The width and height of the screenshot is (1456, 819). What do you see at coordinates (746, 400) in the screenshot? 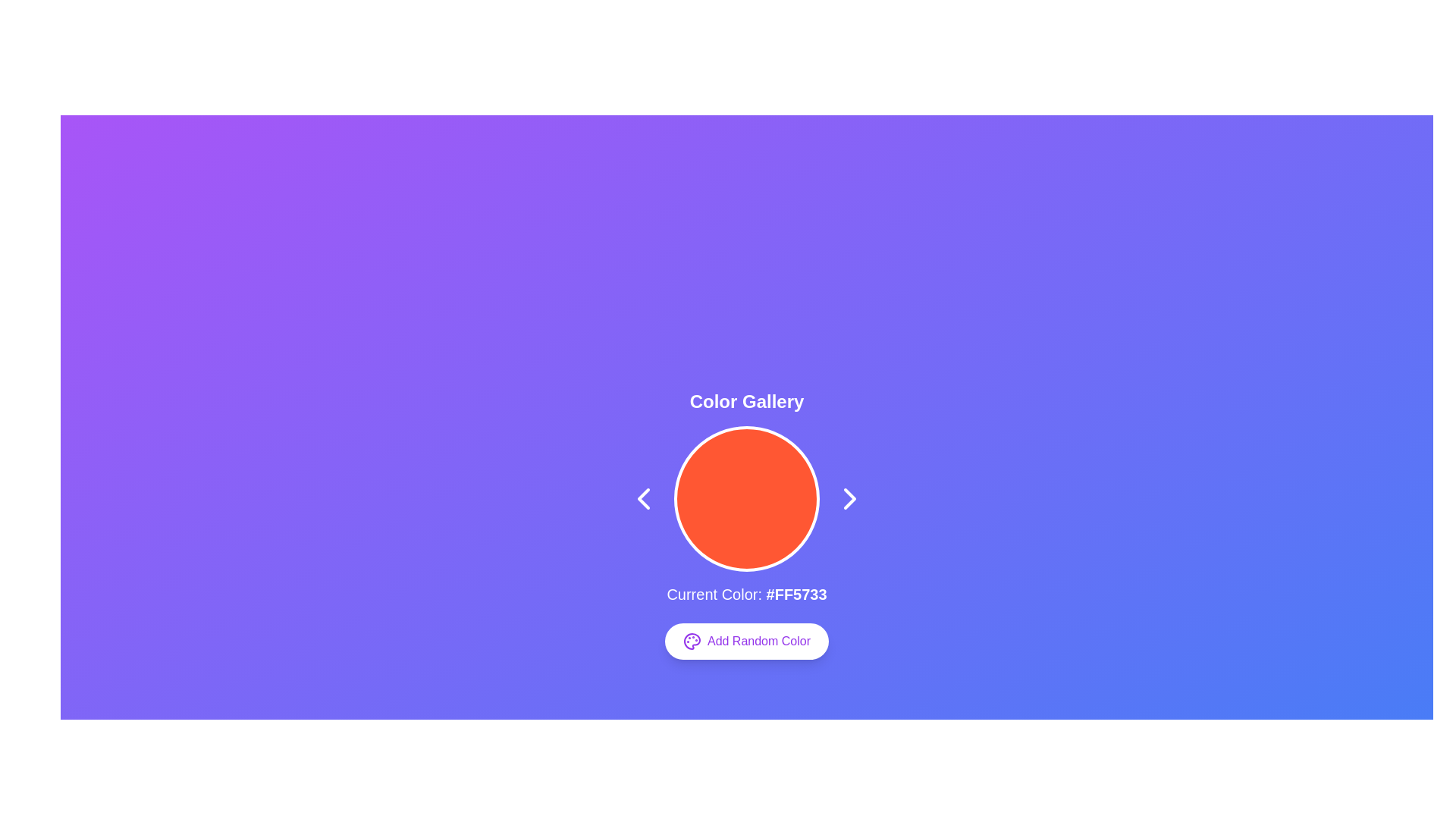
I see `the 'Color Gallery' text header, which is styled in bold white font against a purple to blue gradient background, located at the top of the central content area` at bounding box center [746, 400].